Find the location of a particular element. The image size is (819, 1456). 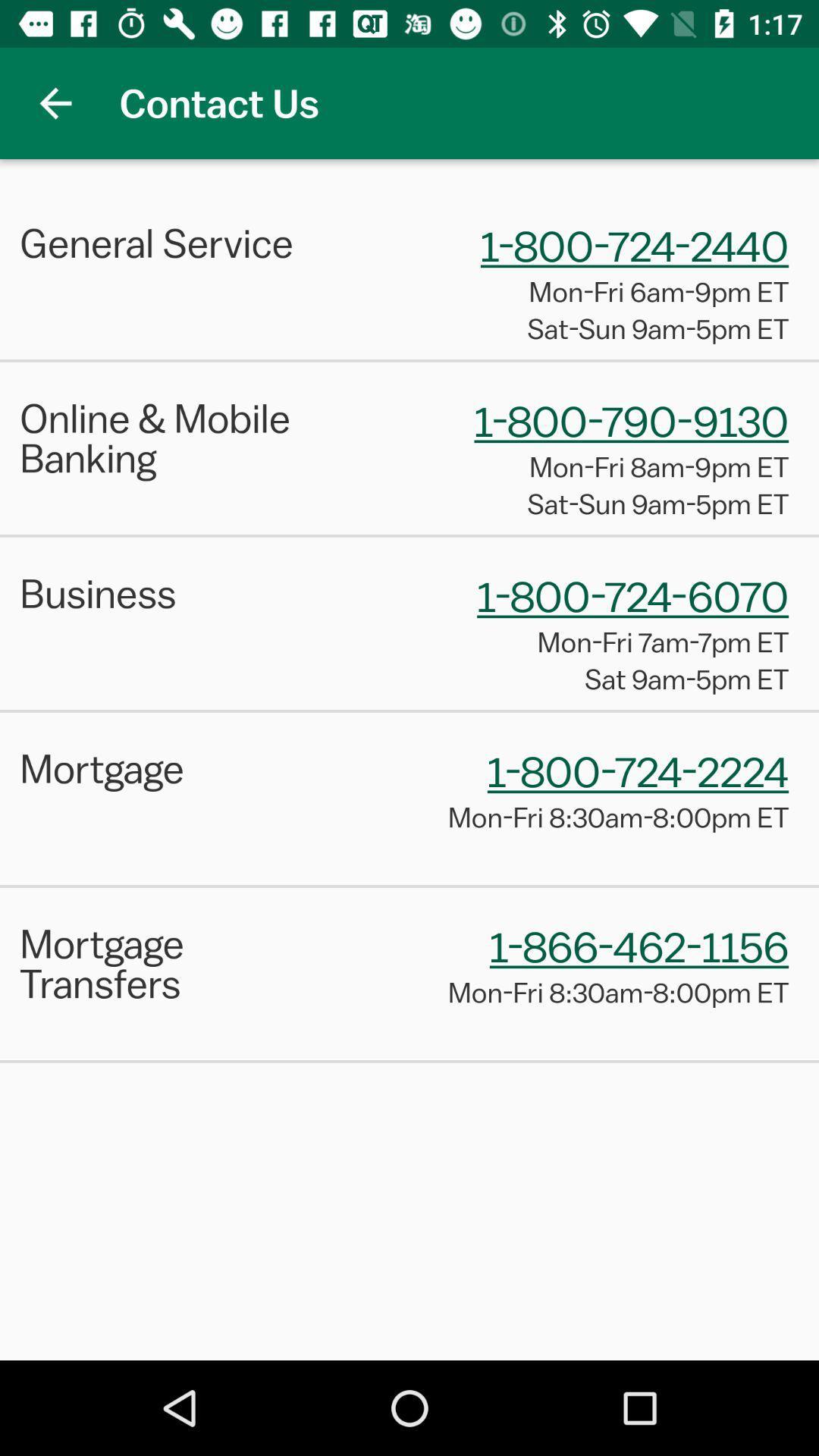

the item above the online & mobile banking item is located at coordinates (409, 359).